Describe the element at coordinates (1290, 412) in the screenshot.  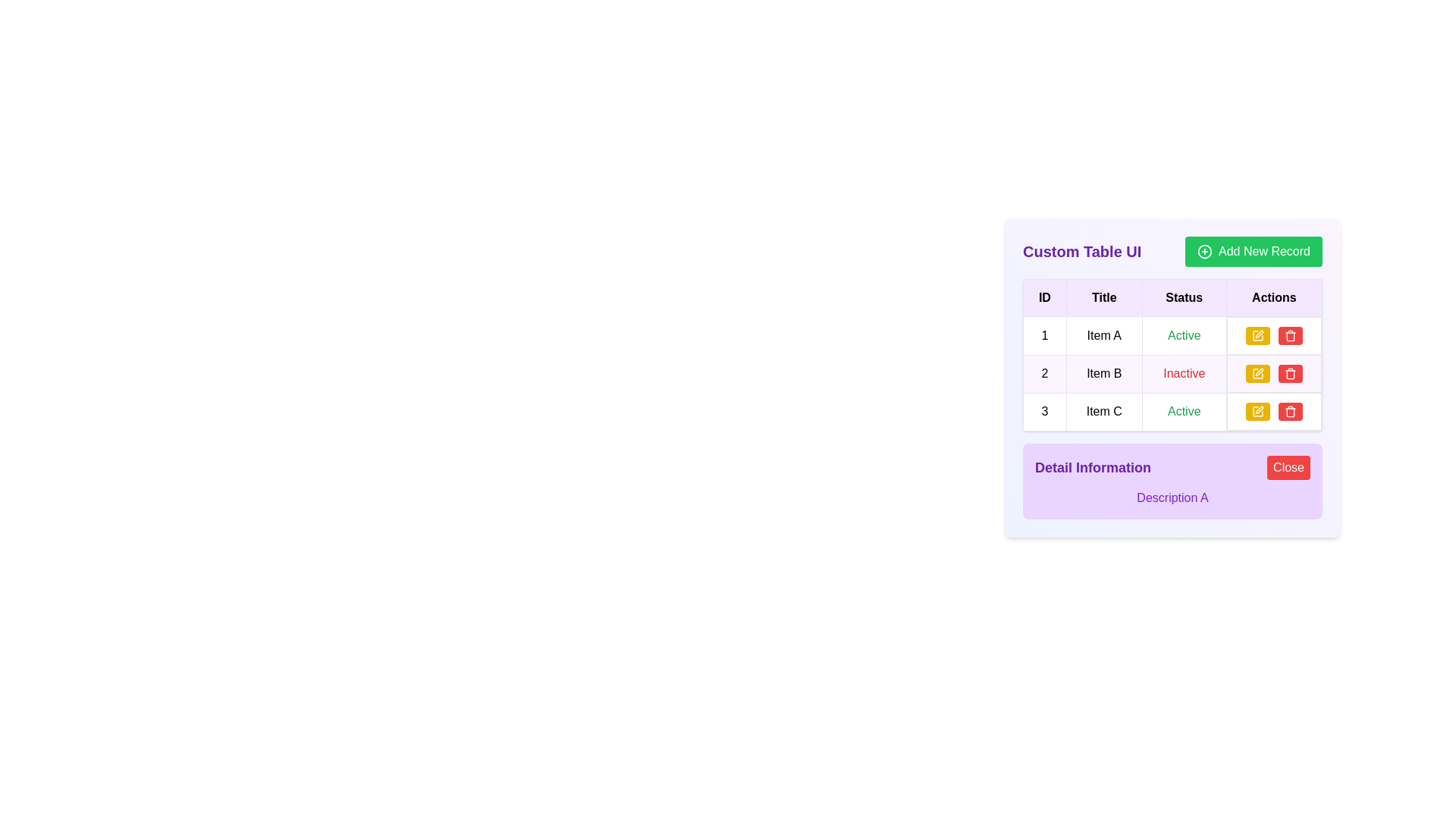
I see `the trash icon in the last column of the Actions section of the table row for 'Item C' to initiate a delete action` at that location.